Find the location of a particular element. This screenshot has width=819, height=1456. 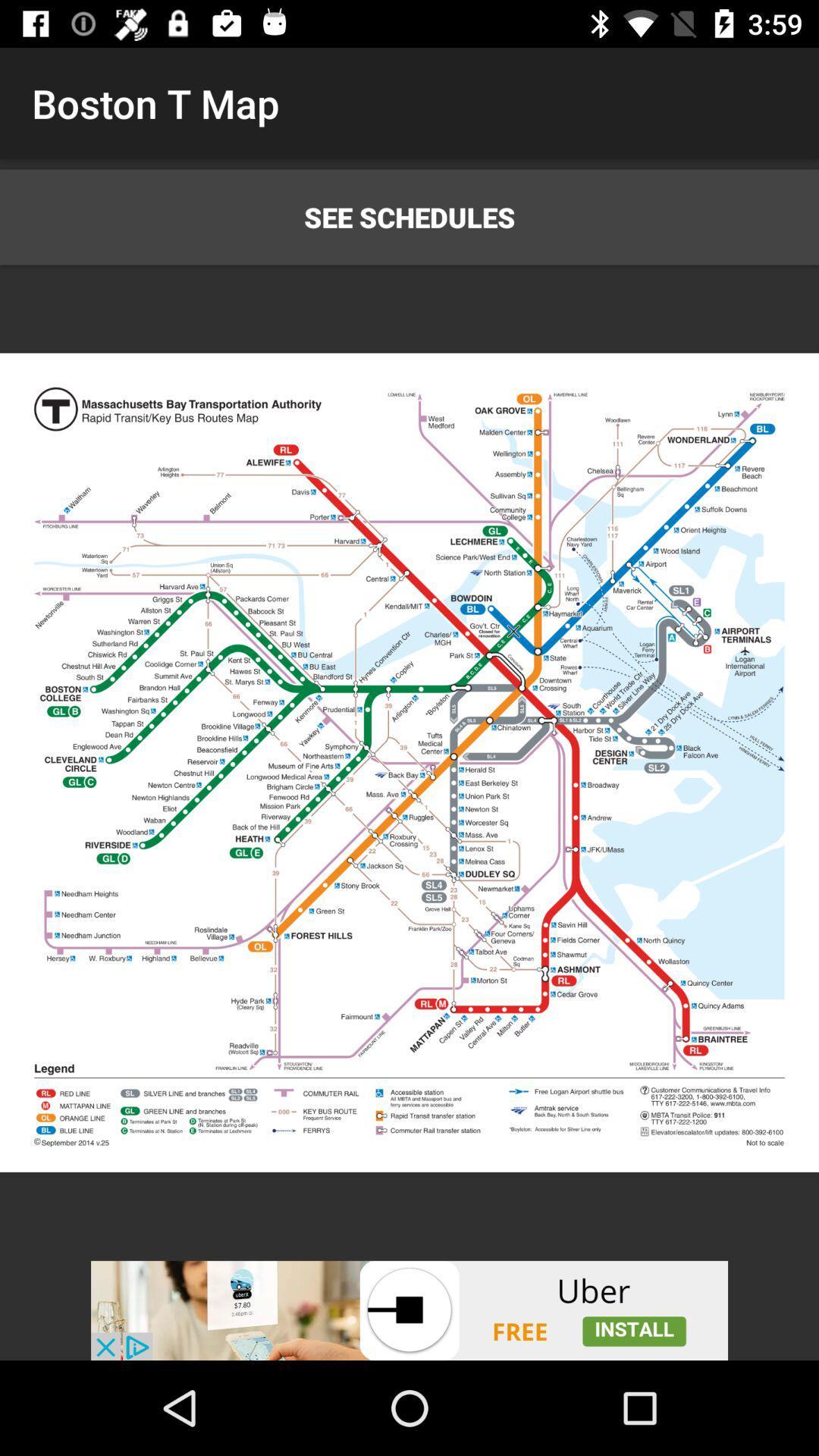

advertiser site is located at coordinates (409, 1310).